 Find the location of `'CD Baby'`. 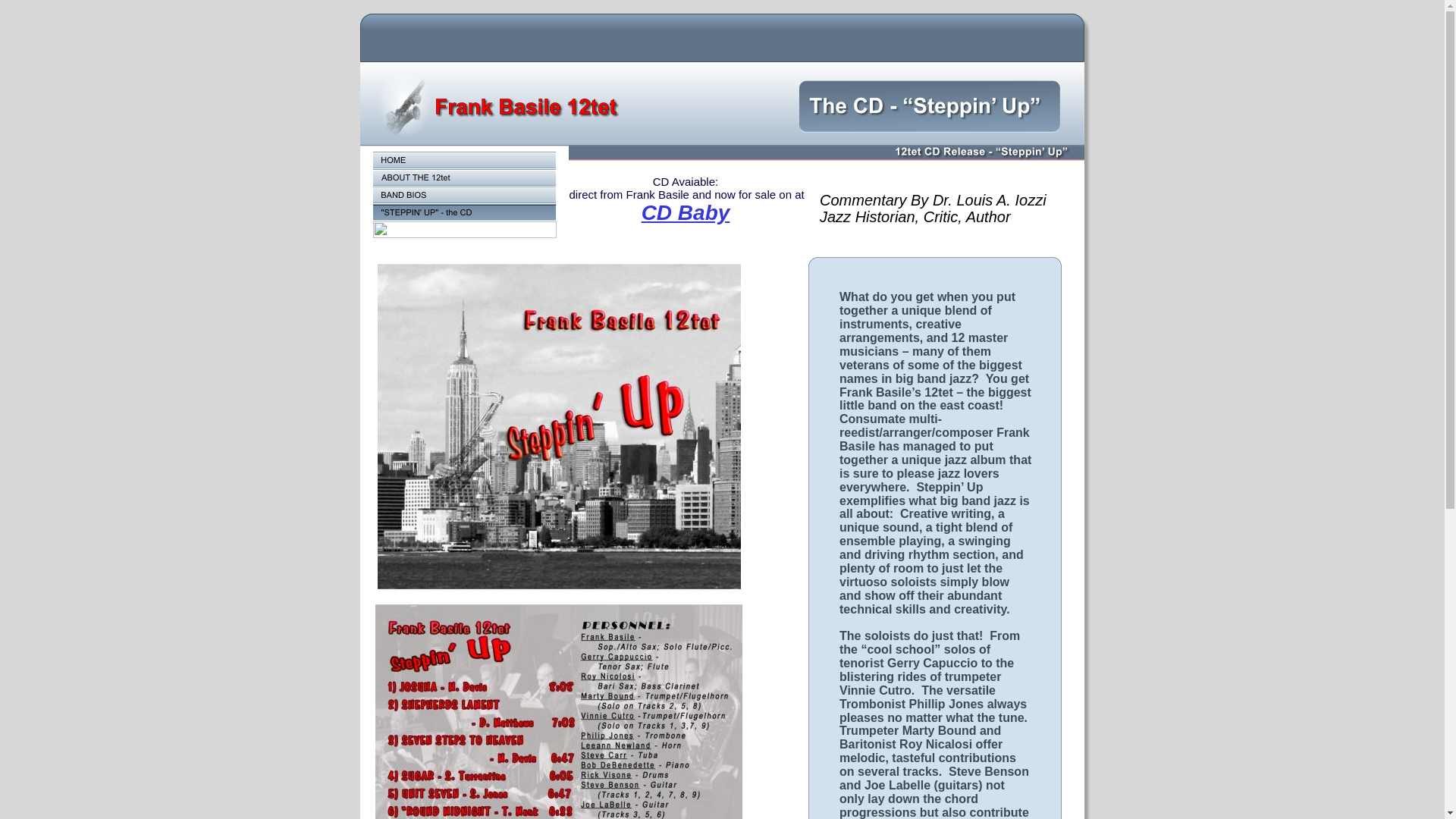

'CD Baby' is located at coordinates (685, 212).